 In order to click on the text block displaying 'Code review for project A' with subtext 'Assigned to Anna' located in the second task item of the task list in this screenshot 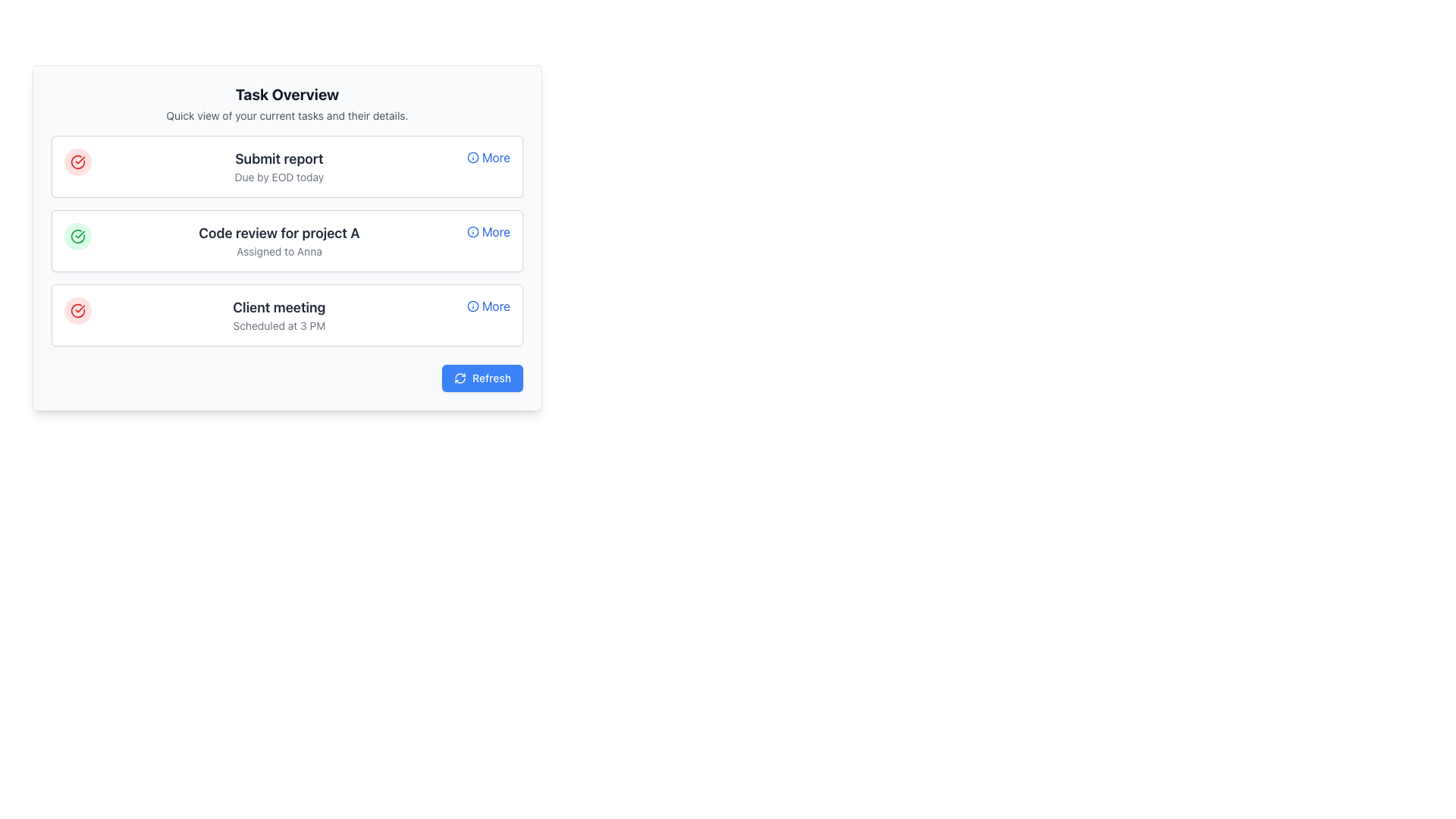, I will do `click(279, 240)`.